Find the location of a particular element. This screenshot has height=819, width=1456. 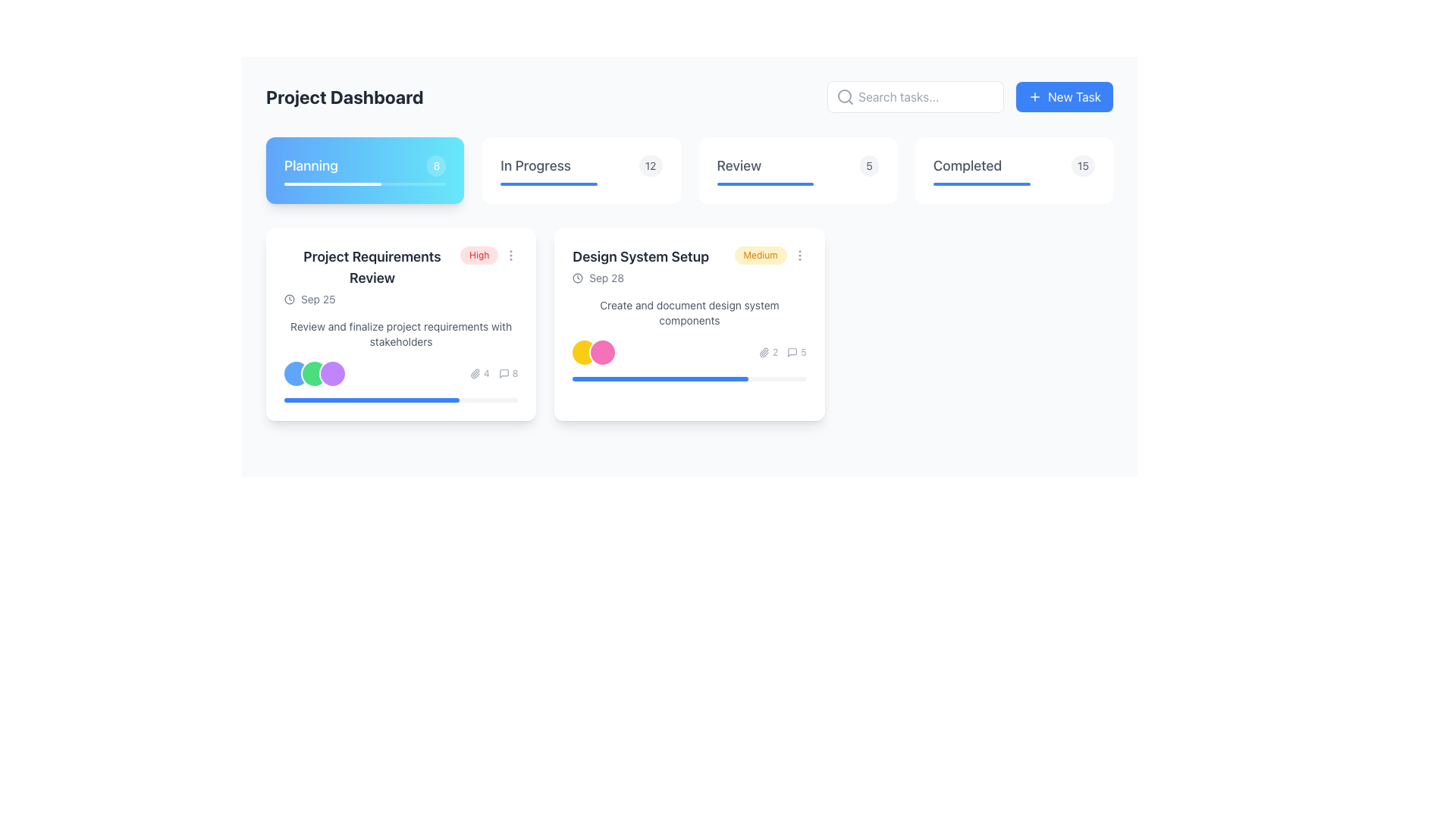

number displayed on the badge component showing '12', which is located to the right of the 'In Progress' label in the task categories section is located at coordinates (651, 166).